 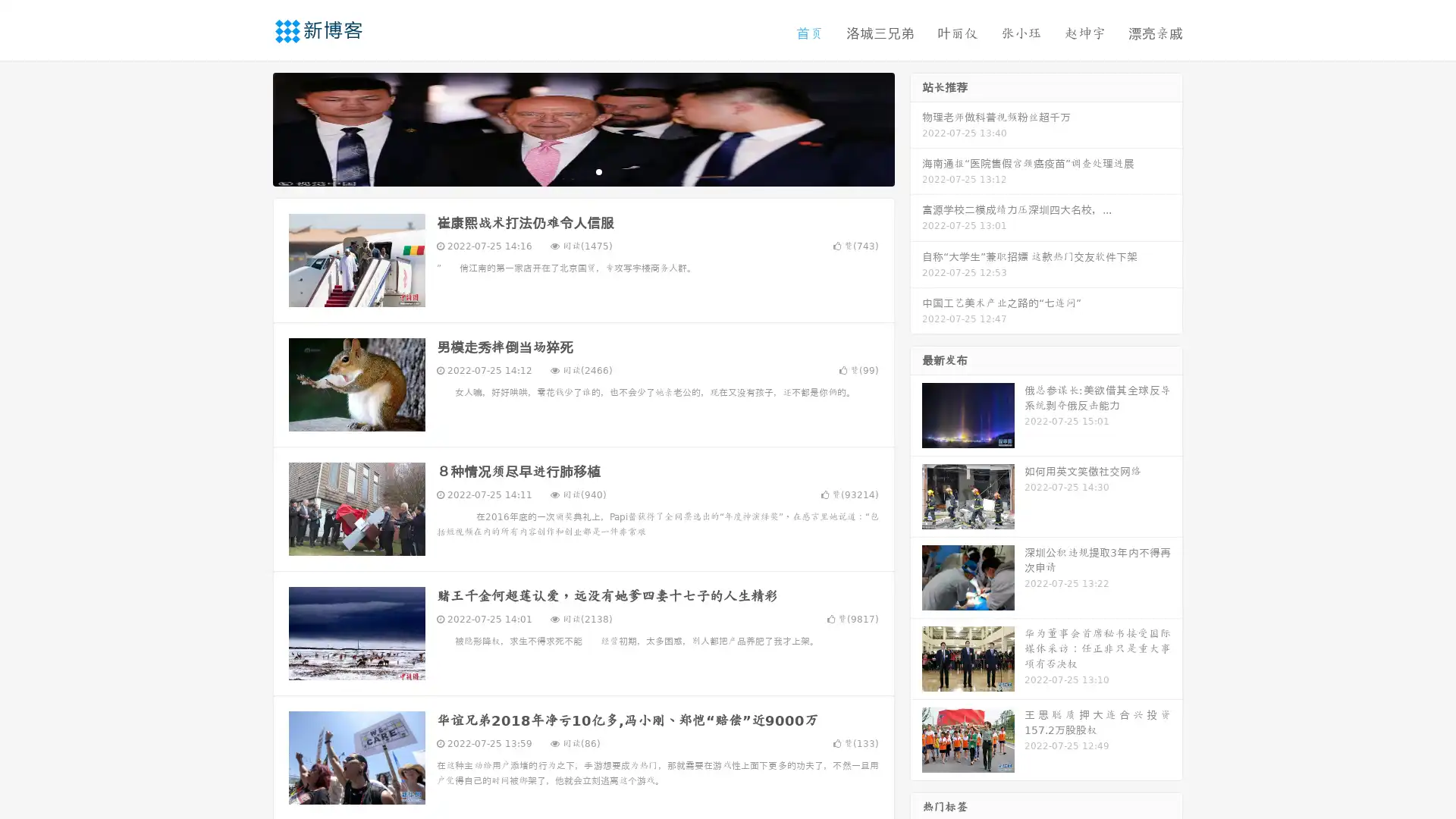 What do you see at coordinates (567, 171) in the screenshot?
I see `Go to slide 1` at bounding box center [567, 171].